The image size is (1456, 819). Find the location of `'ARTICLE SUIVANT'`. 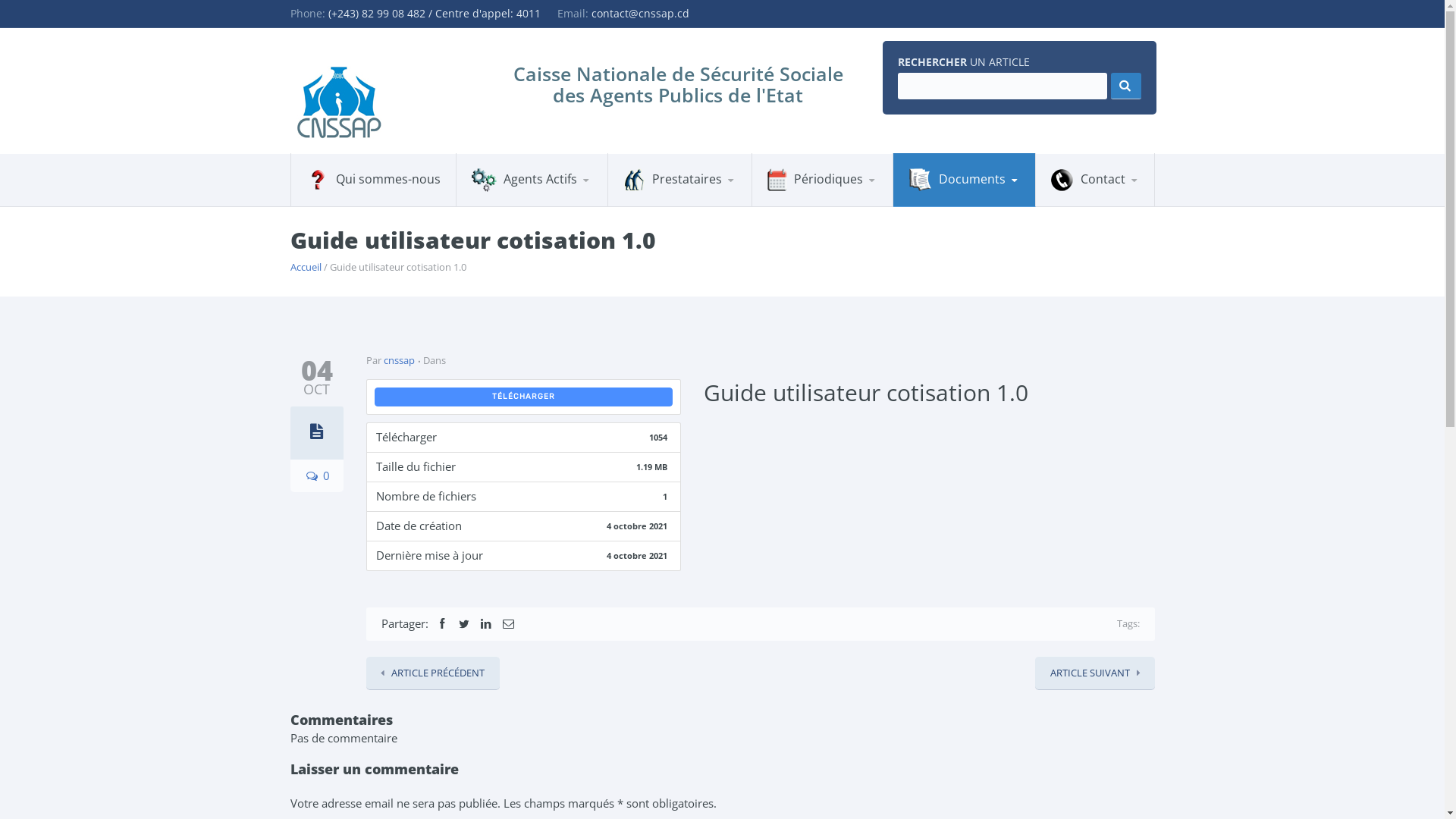

'ARTICLE SUIVANT' is located at coordinates (1094, 671).